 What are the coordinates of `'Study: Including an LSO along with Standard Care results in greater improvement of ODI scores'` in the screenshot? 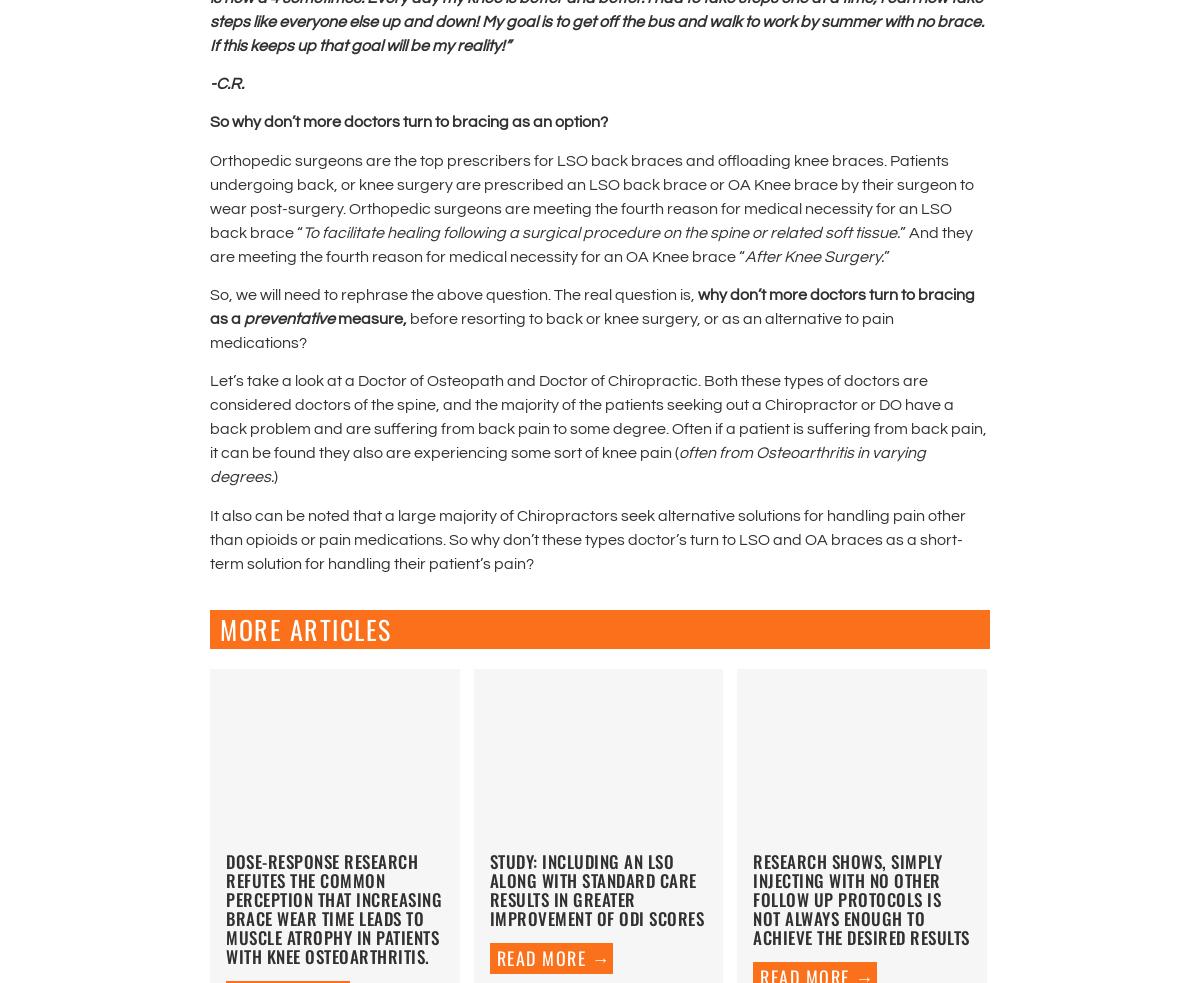 It's located at (595, 890).